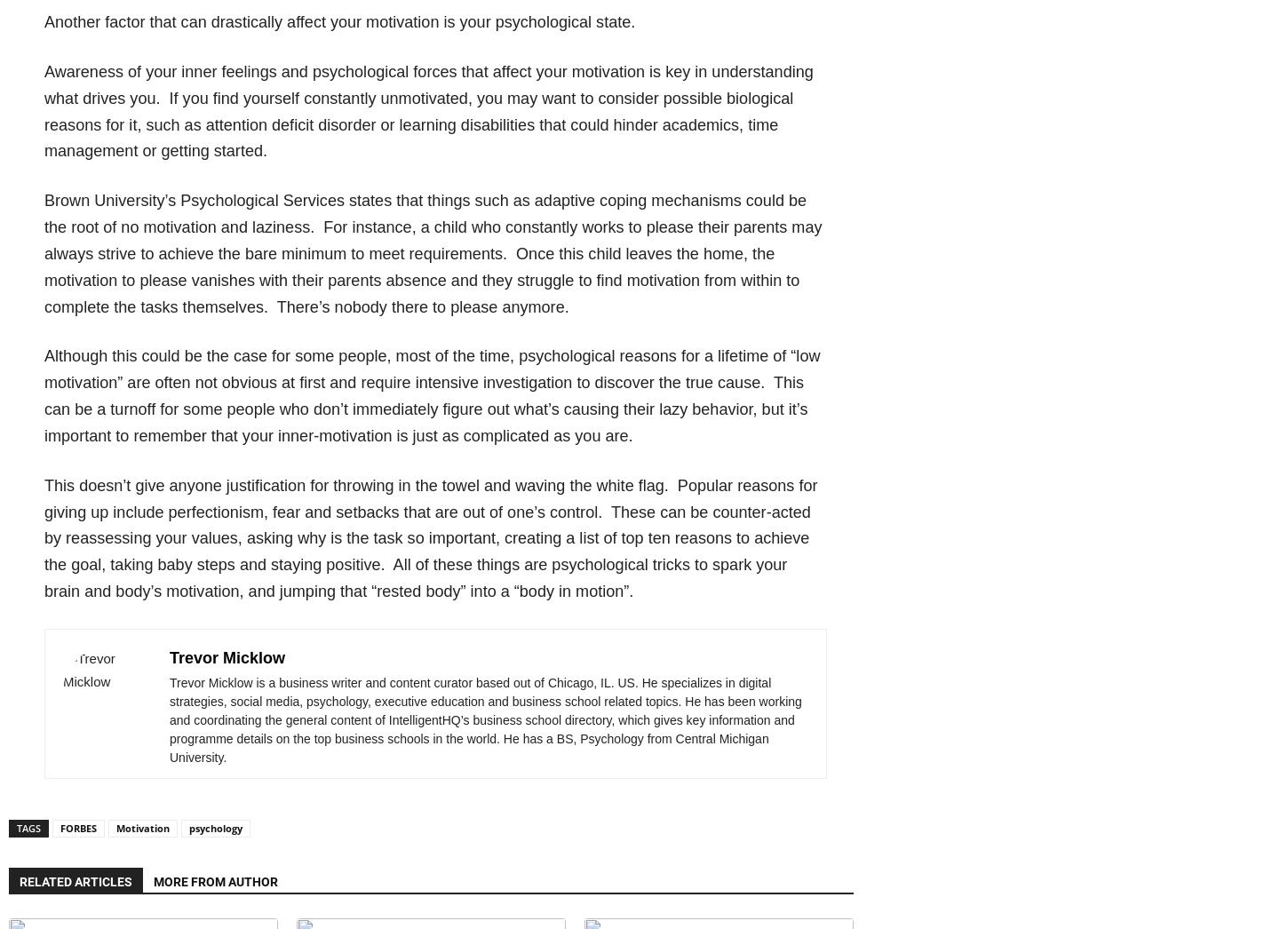  I want to click on 'MORE FROM AUTHOR', so click(216, 880).